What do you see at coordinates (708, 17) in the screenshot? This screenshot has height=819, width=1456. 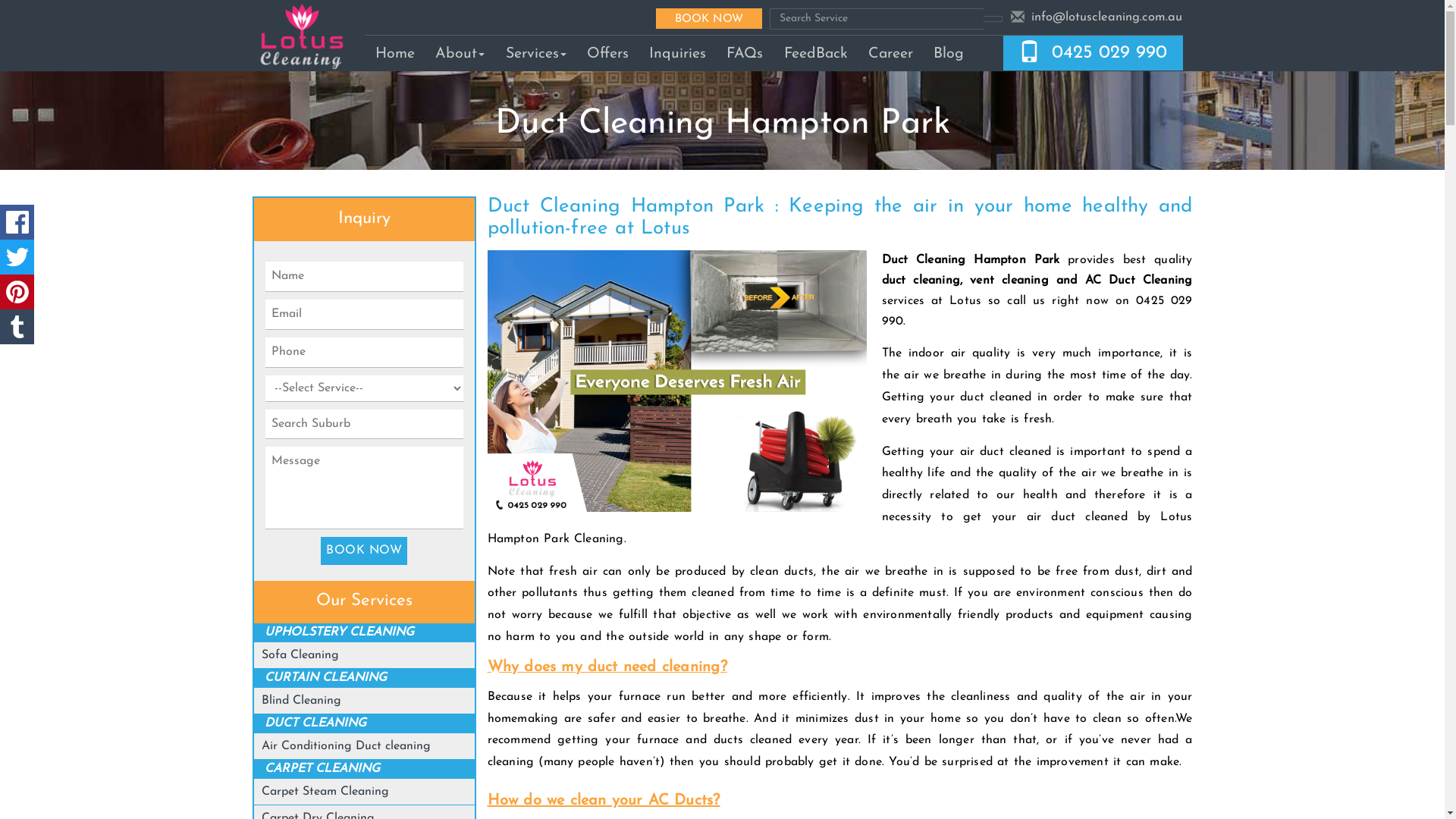 I see `'BOOK NOW'` at bounding box center [708, 17].